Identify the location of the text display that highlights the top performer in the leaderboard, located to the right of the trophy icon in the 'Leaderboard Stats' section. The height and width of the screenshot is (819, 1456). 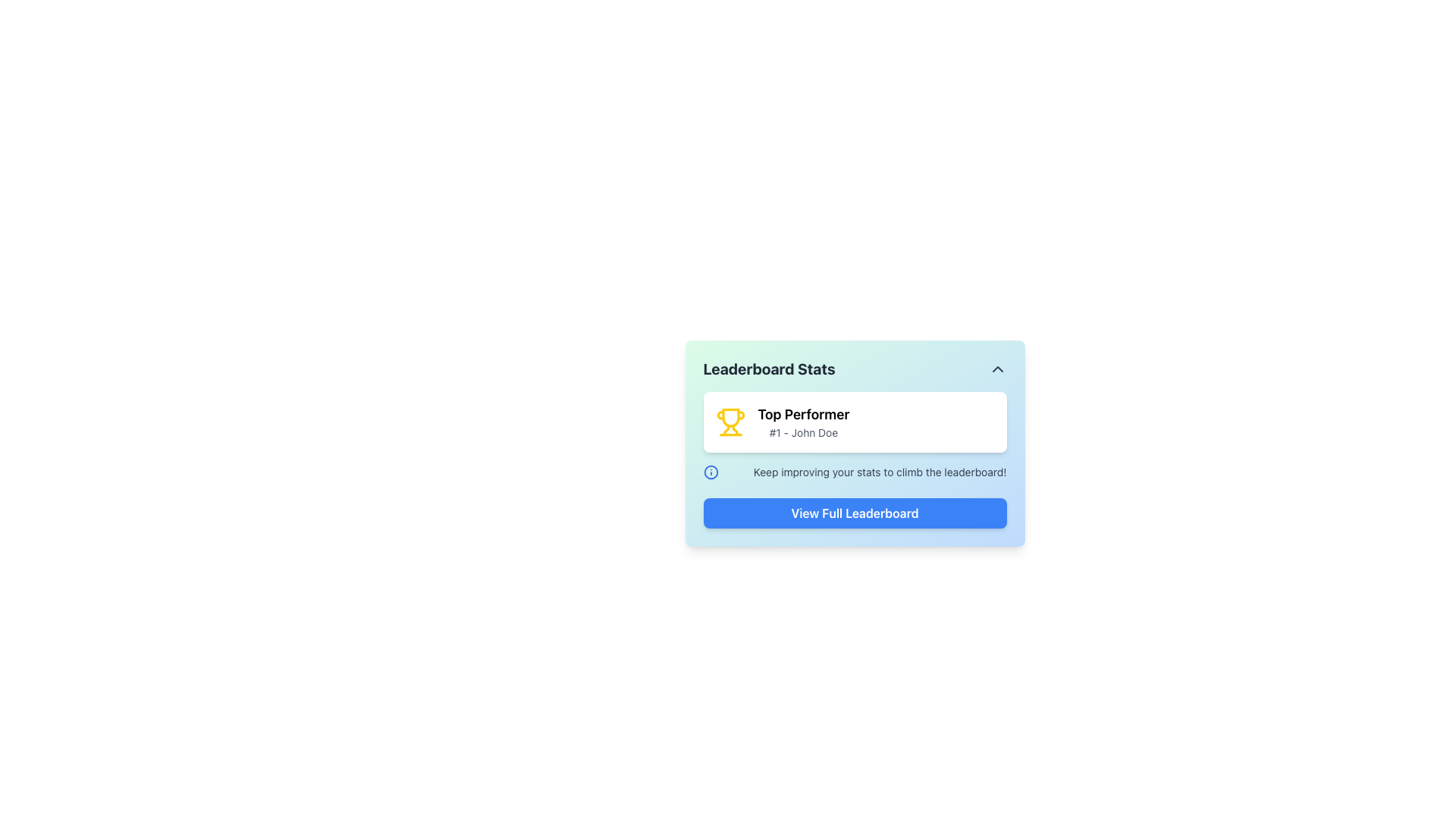
(803, 422).